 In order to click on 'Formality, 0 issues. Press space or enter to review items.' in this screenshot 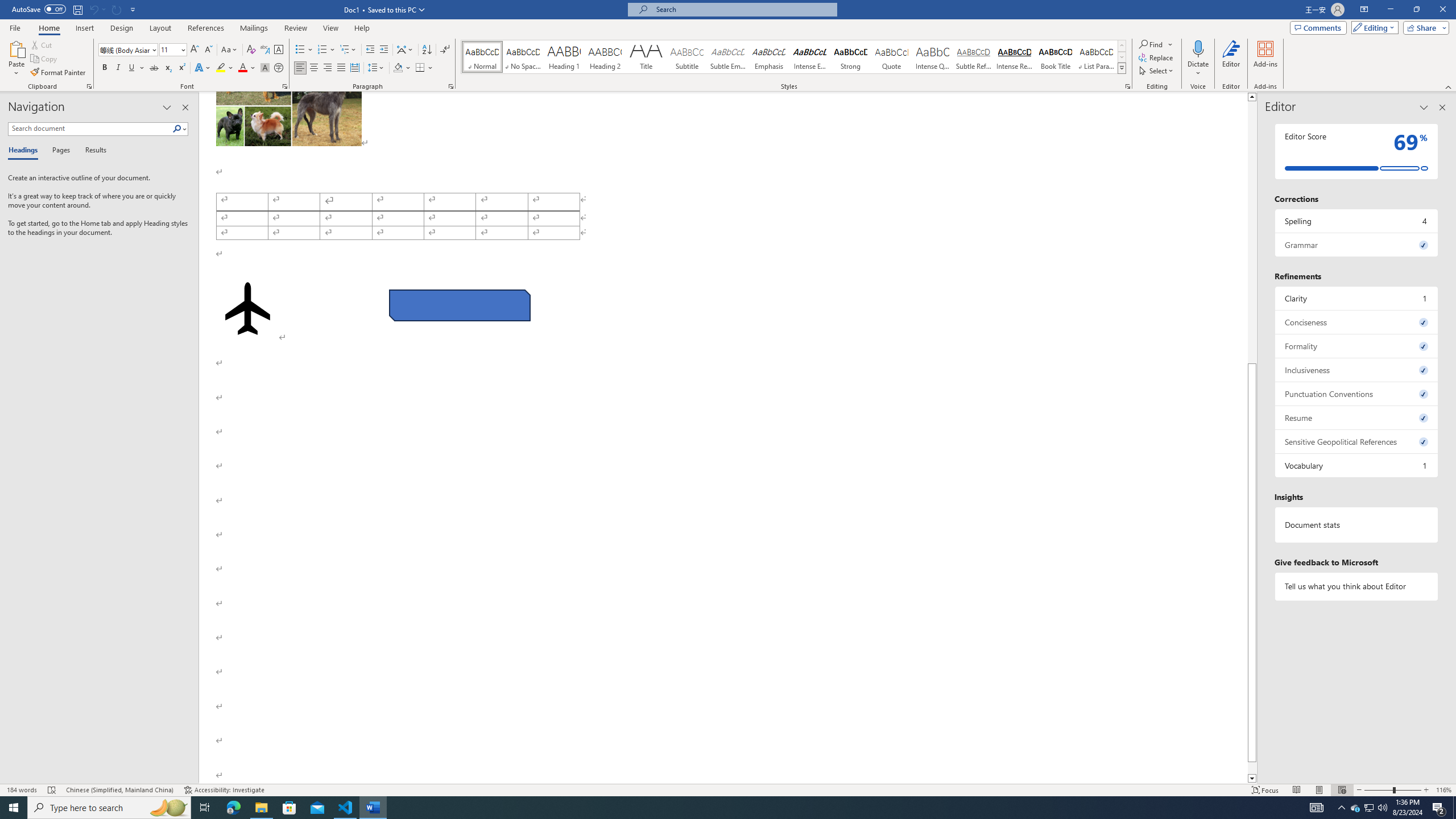, I will do `click(1356, 346)`.